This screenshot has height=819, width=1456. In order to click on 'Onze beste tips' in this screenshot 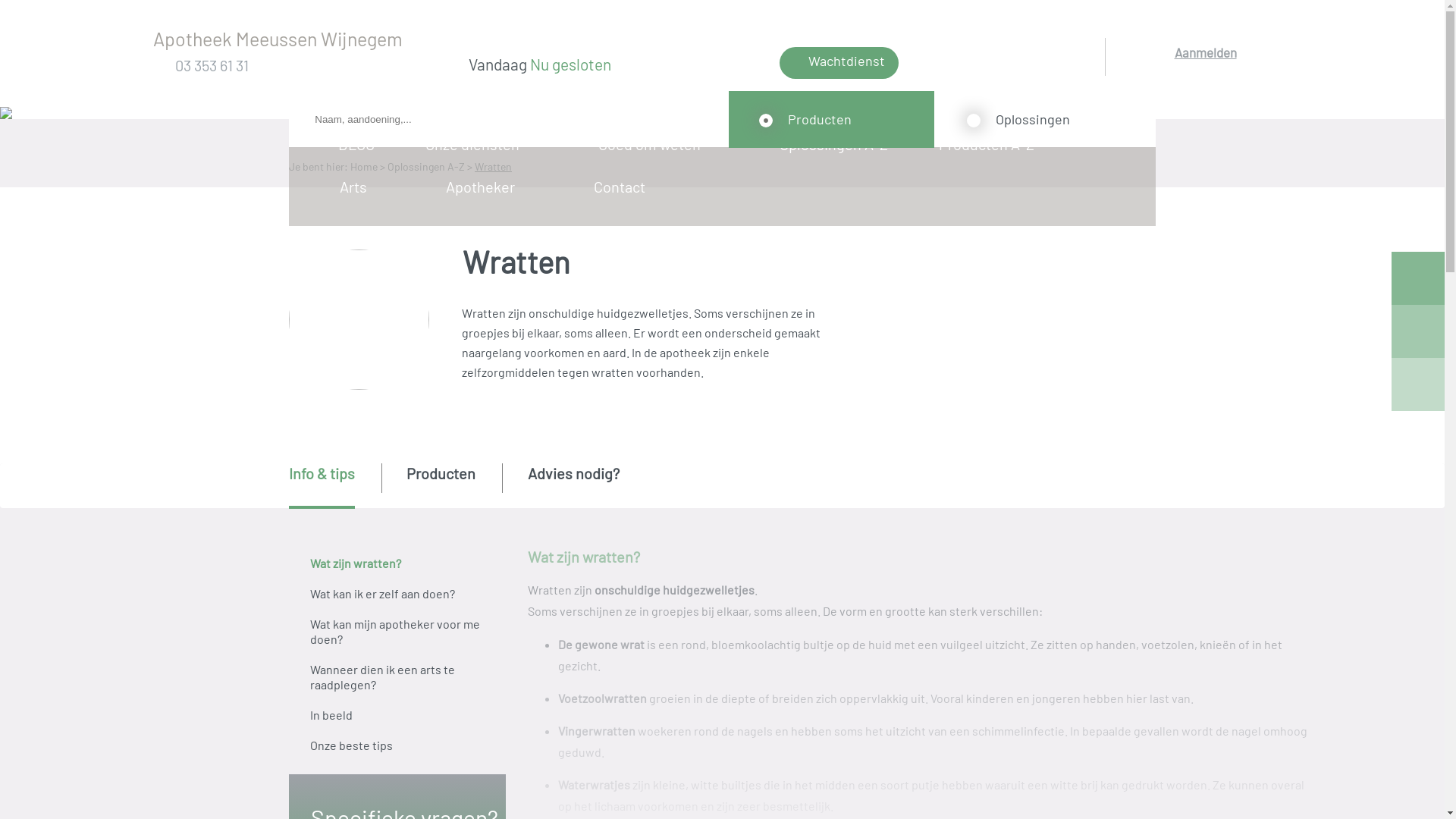, I will do `click(397, 745)`.